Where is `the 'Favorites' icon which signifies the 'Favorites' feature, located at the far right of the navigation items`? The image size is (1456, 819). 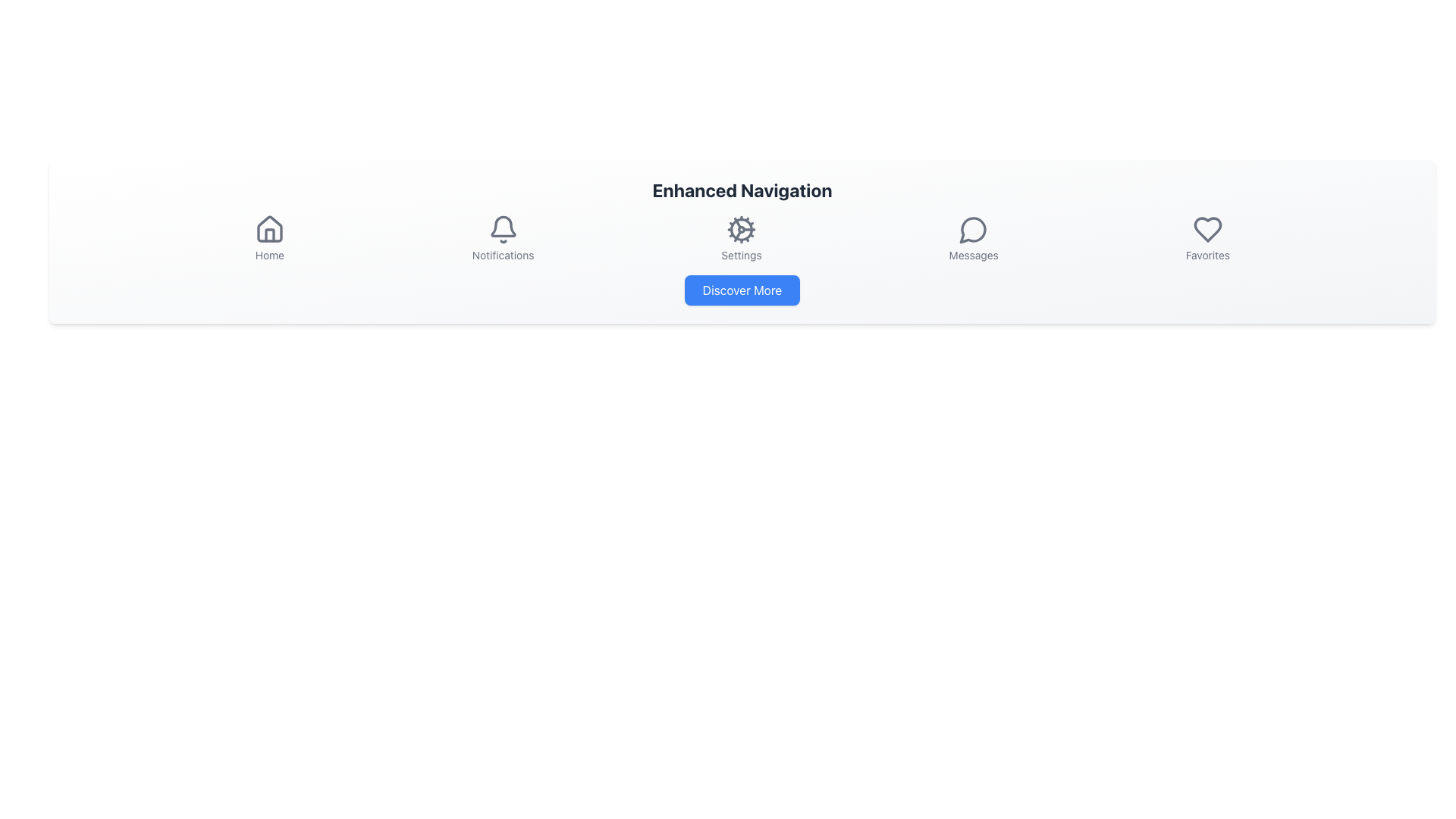
the 'Favorites' icon which signifies the 'Favorites' feature, located at the far right of the navigation items is located at coordinates (1207, 230).